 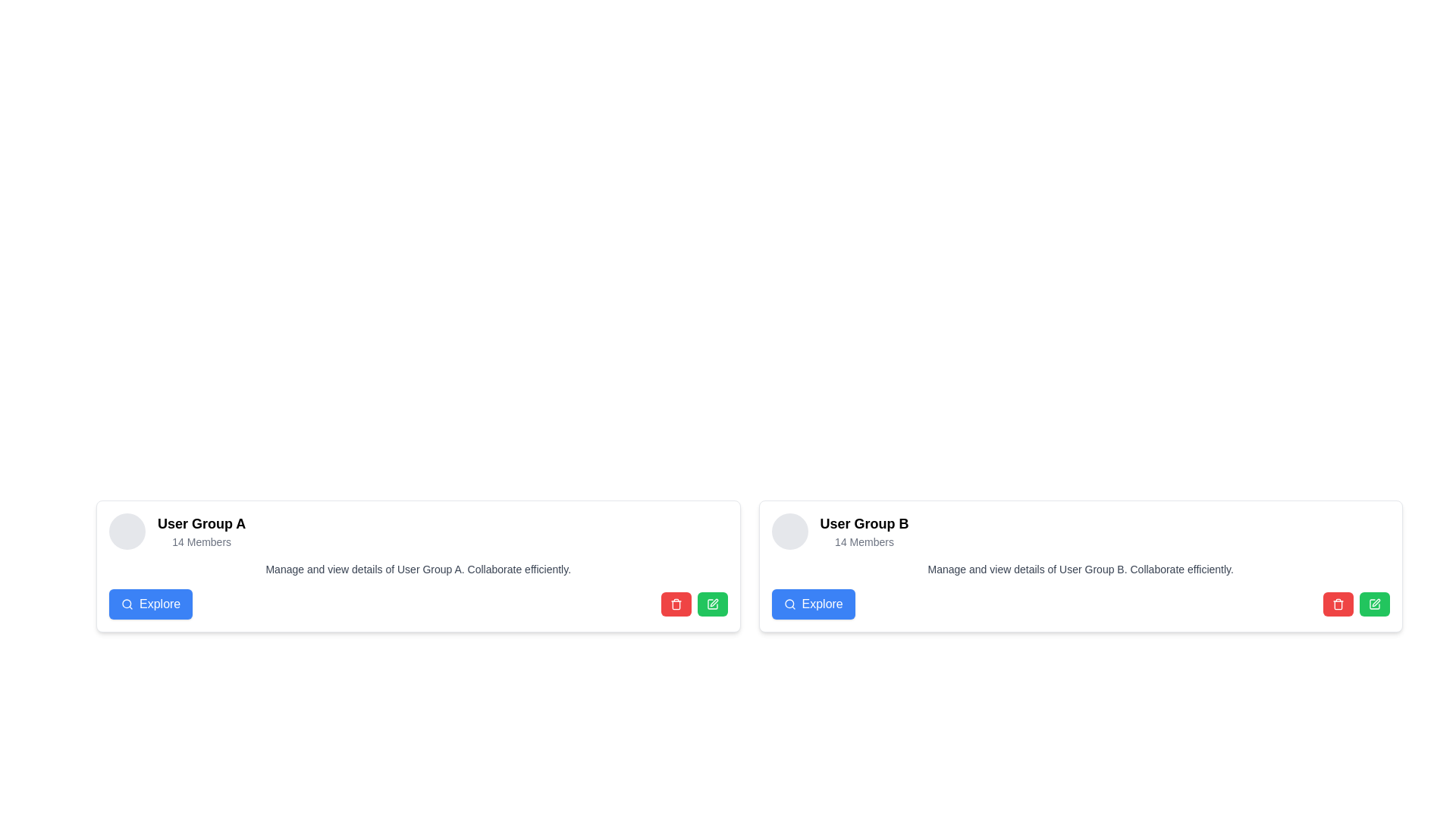 What do you see at coordinates (711, 604) in the screenshot?
I see `the edit button with a graphical icon located to the right of the red trash can button in the 'User Group A' card` at bounding box center [711, 604].